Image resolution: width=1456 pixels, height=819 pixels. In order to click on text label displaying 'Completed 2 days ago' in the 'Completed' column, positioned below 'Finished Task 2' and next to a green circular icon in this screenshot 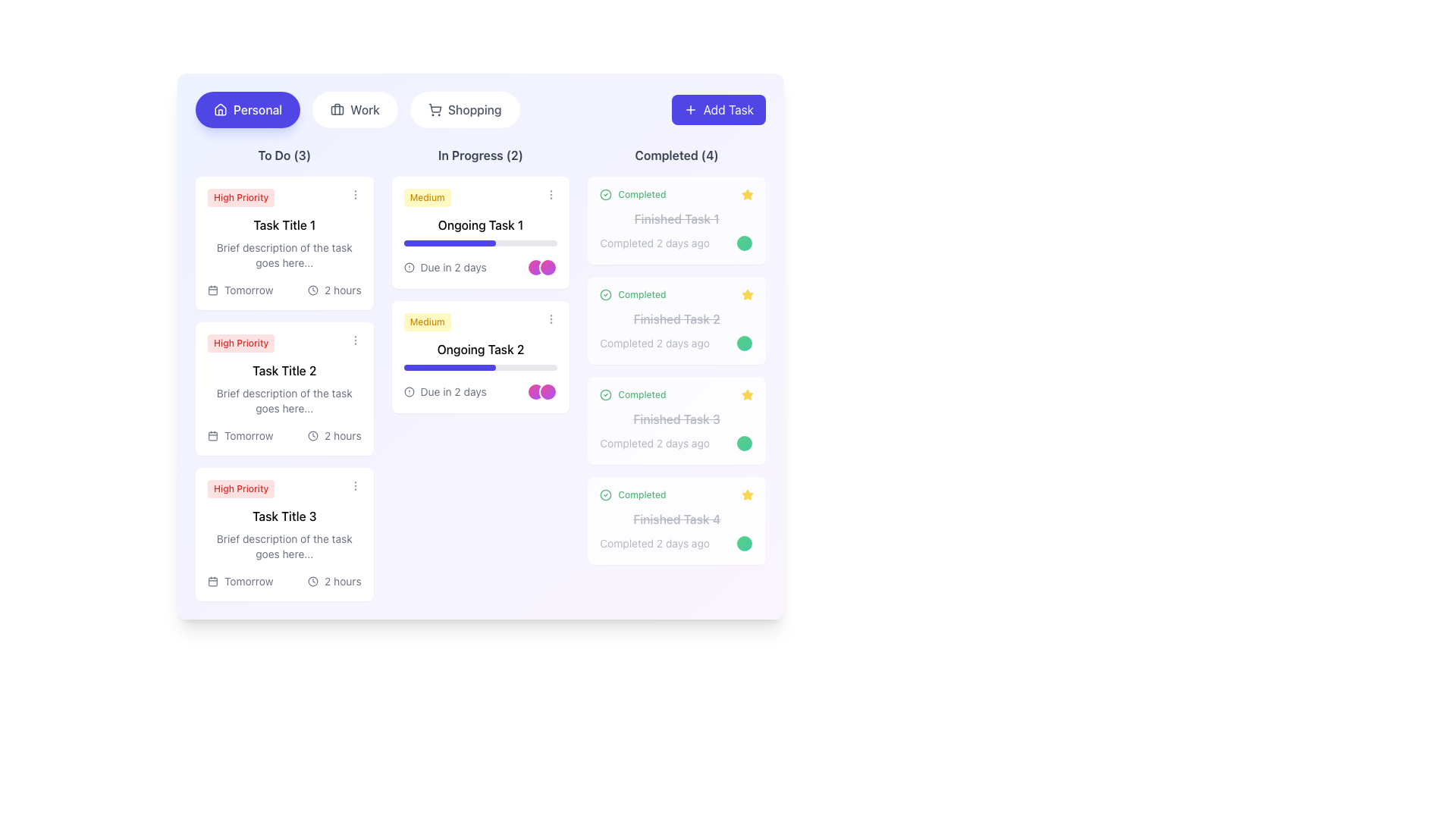, I will do `click(654, 343)`.